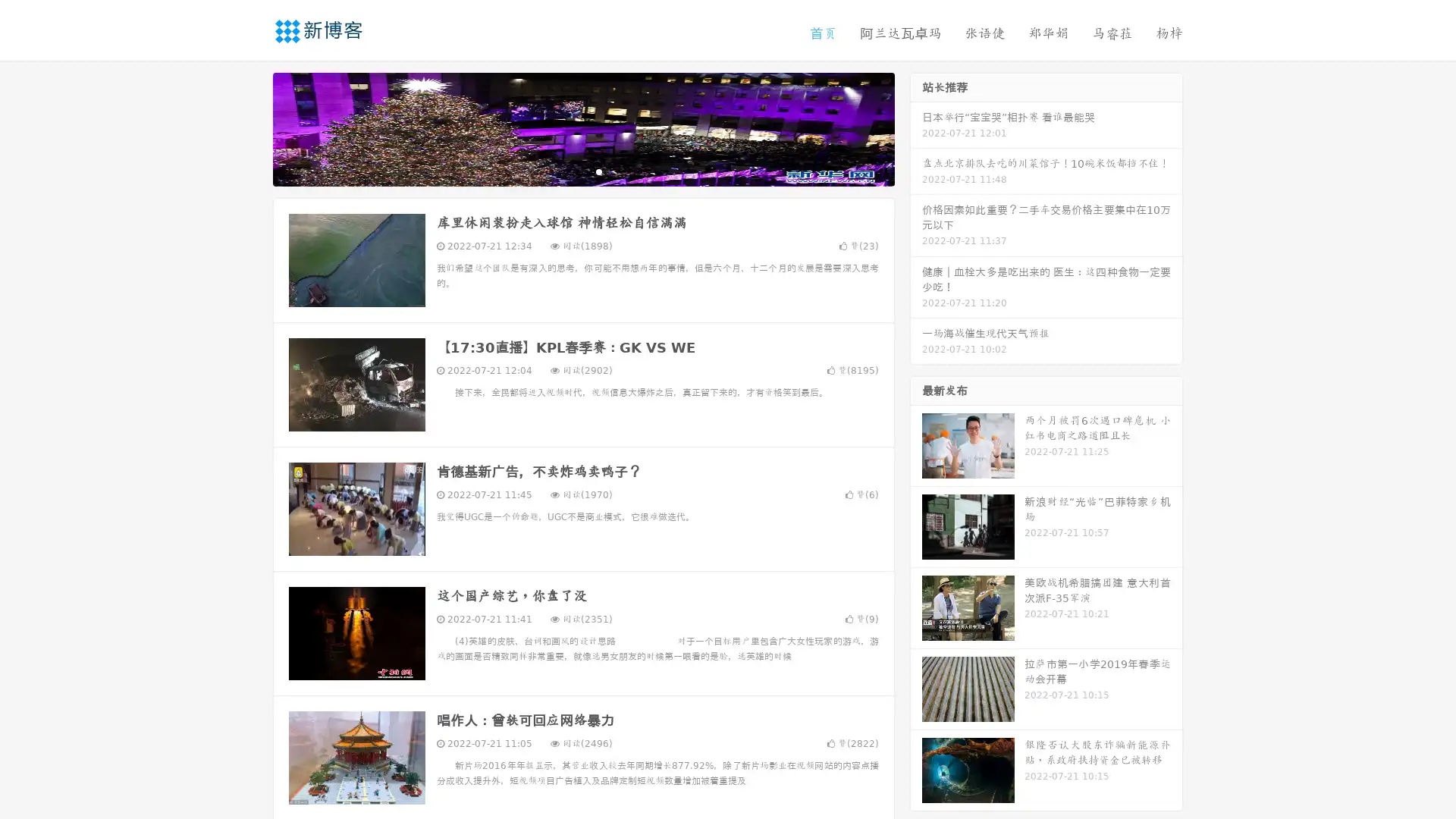  I want to click on Go to slide 2, so click(582, 171).